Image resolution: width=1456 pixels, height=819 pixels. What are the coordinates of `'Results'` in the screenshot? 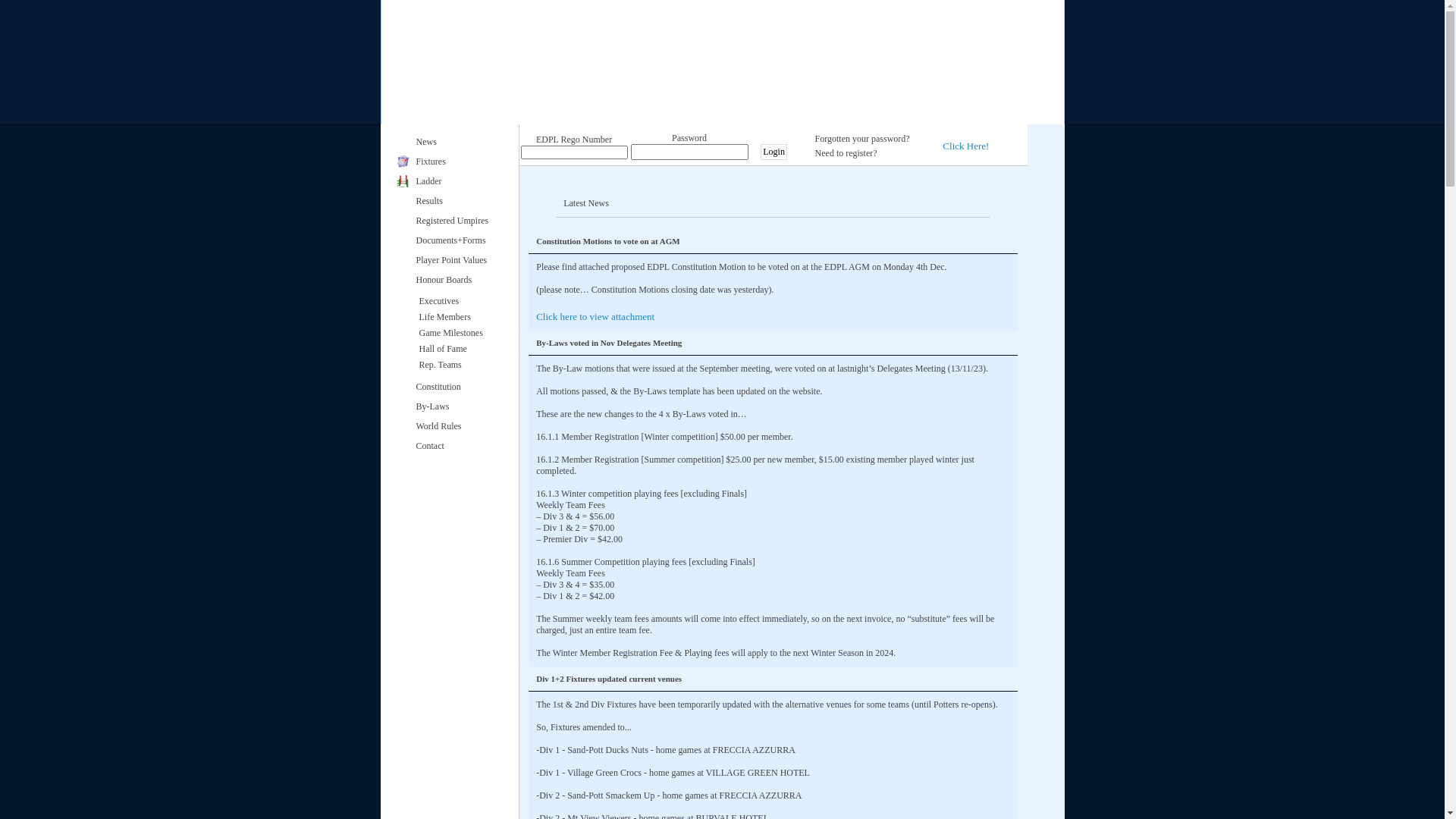 It's located at (412, 200).